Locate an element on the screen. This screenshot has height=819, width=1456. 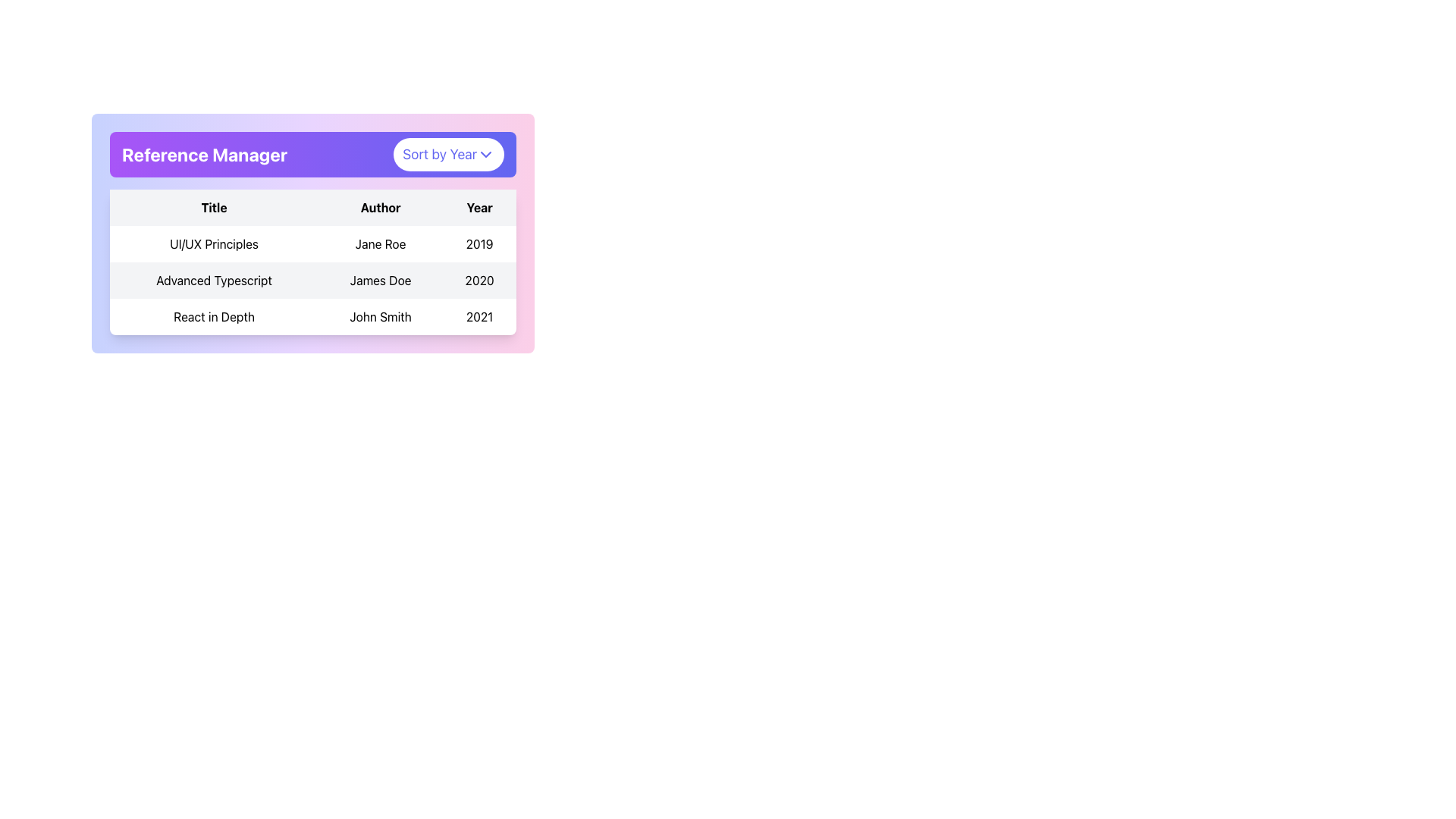
the Text Display element that shows 'Jane Roe' in the Author column, which is centered within its grid cell is located at coordinates (381, 243).